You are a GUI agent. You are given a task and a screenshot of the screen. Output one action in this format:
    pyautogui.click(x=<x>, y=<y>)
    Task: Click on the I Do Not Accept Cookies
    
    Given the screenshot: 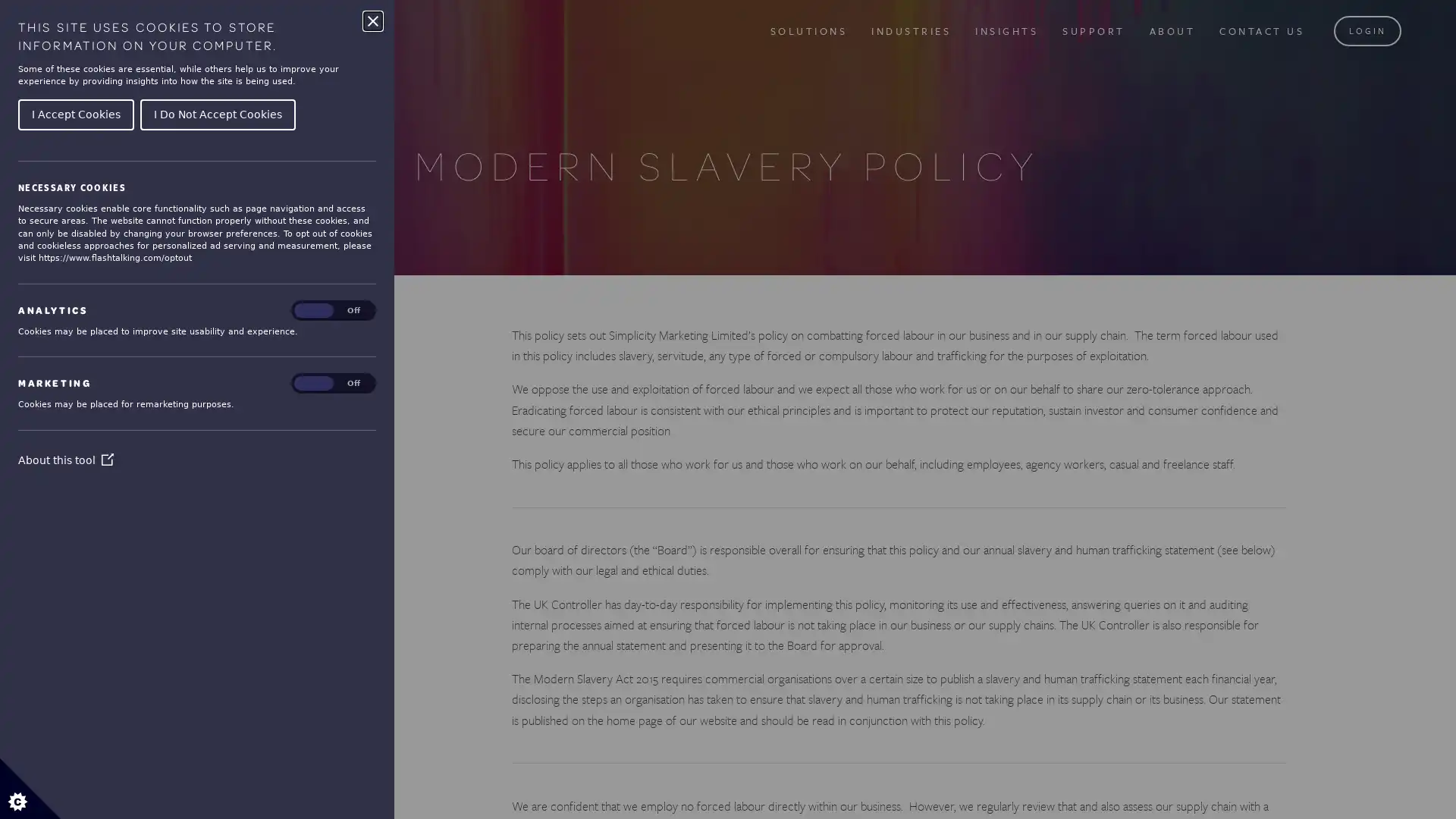 What is the action you would take?
    pyautogui.click(x=217, y=113)
    